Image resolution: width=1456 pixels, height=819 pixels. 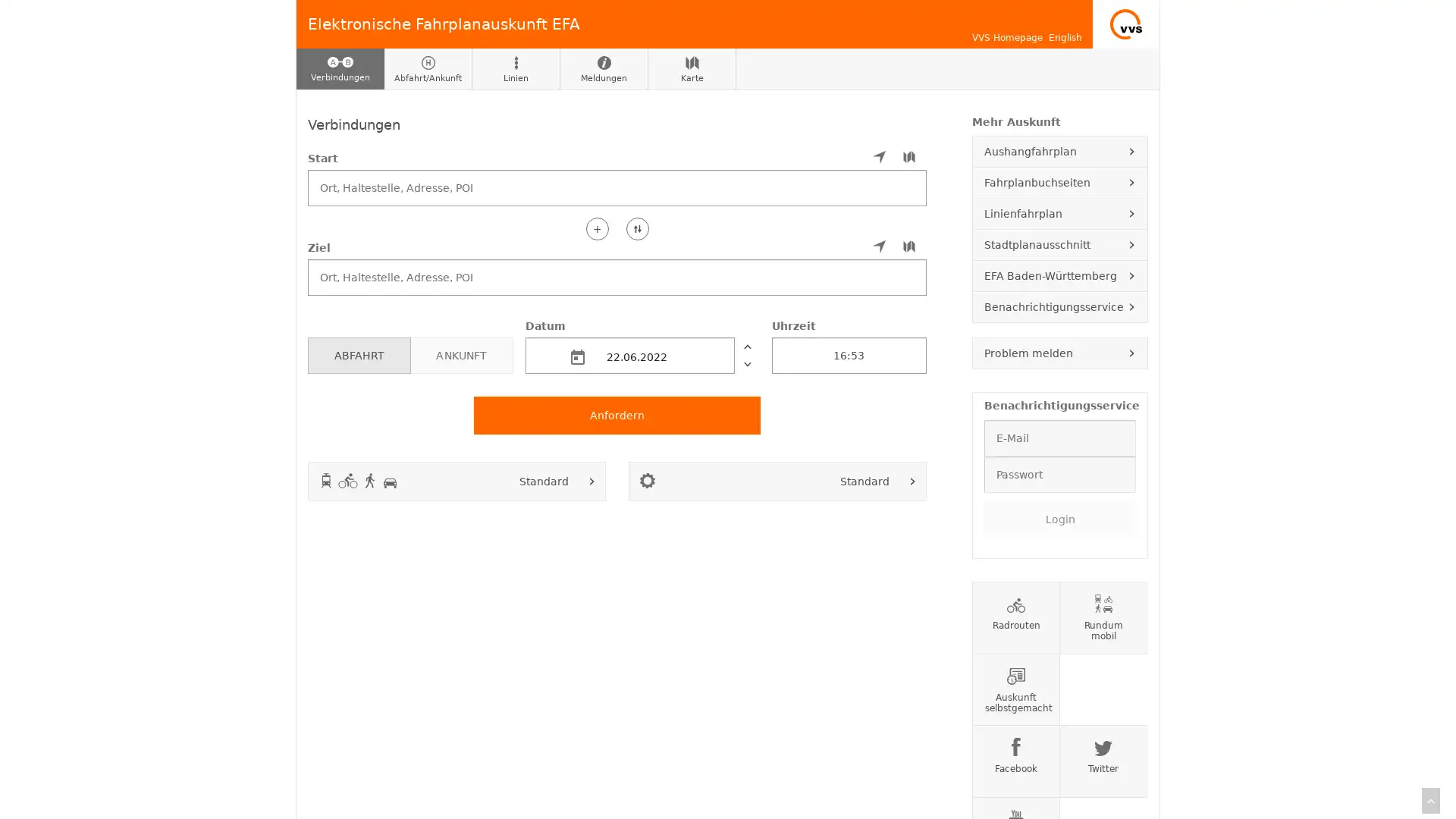 I want to click on nachher, so click(x=746, y=363).